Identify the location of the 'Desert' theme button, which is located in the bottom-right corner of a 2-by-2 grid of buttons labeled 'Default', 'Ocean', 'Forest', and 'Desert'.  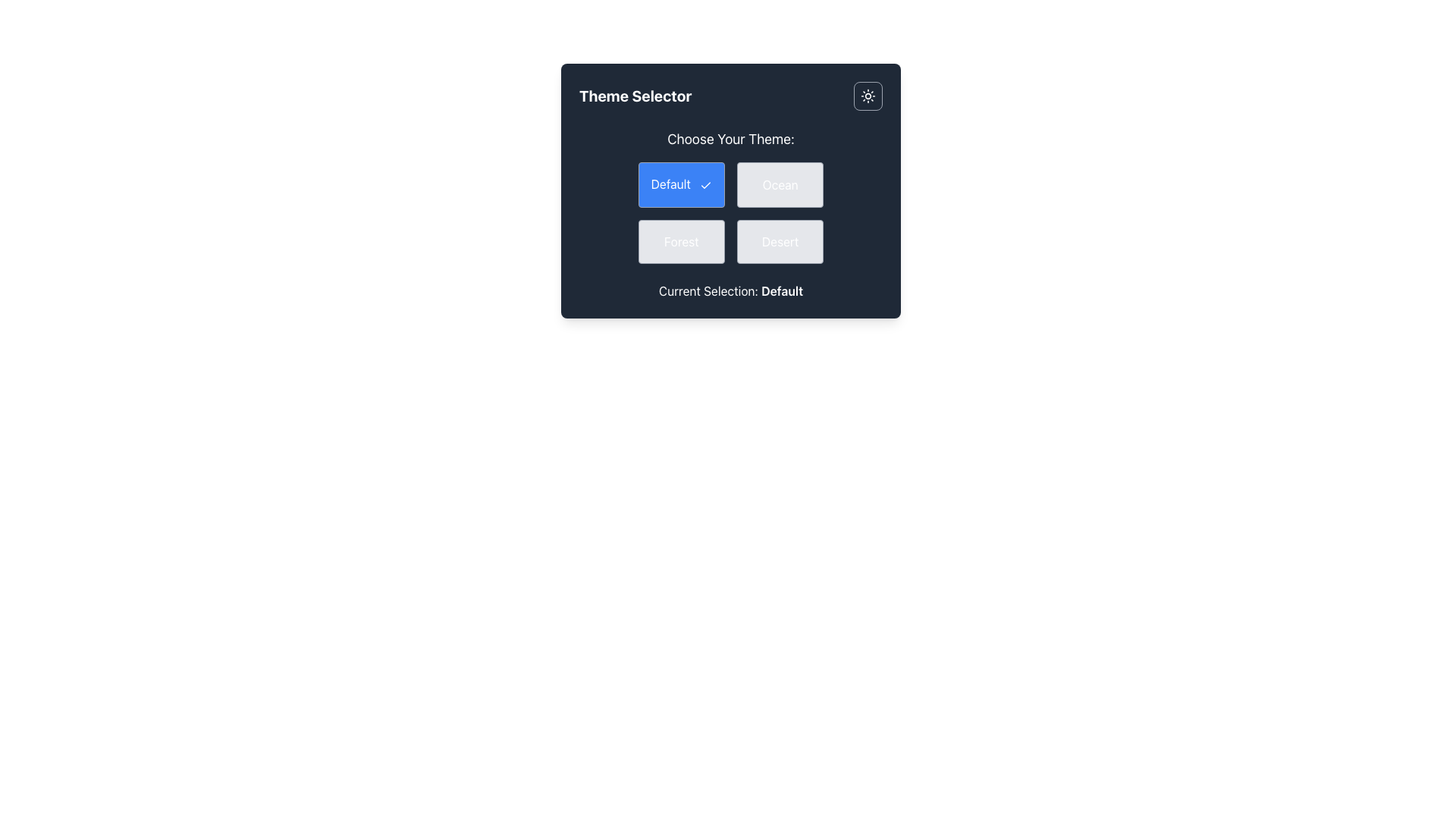
(780, 240).